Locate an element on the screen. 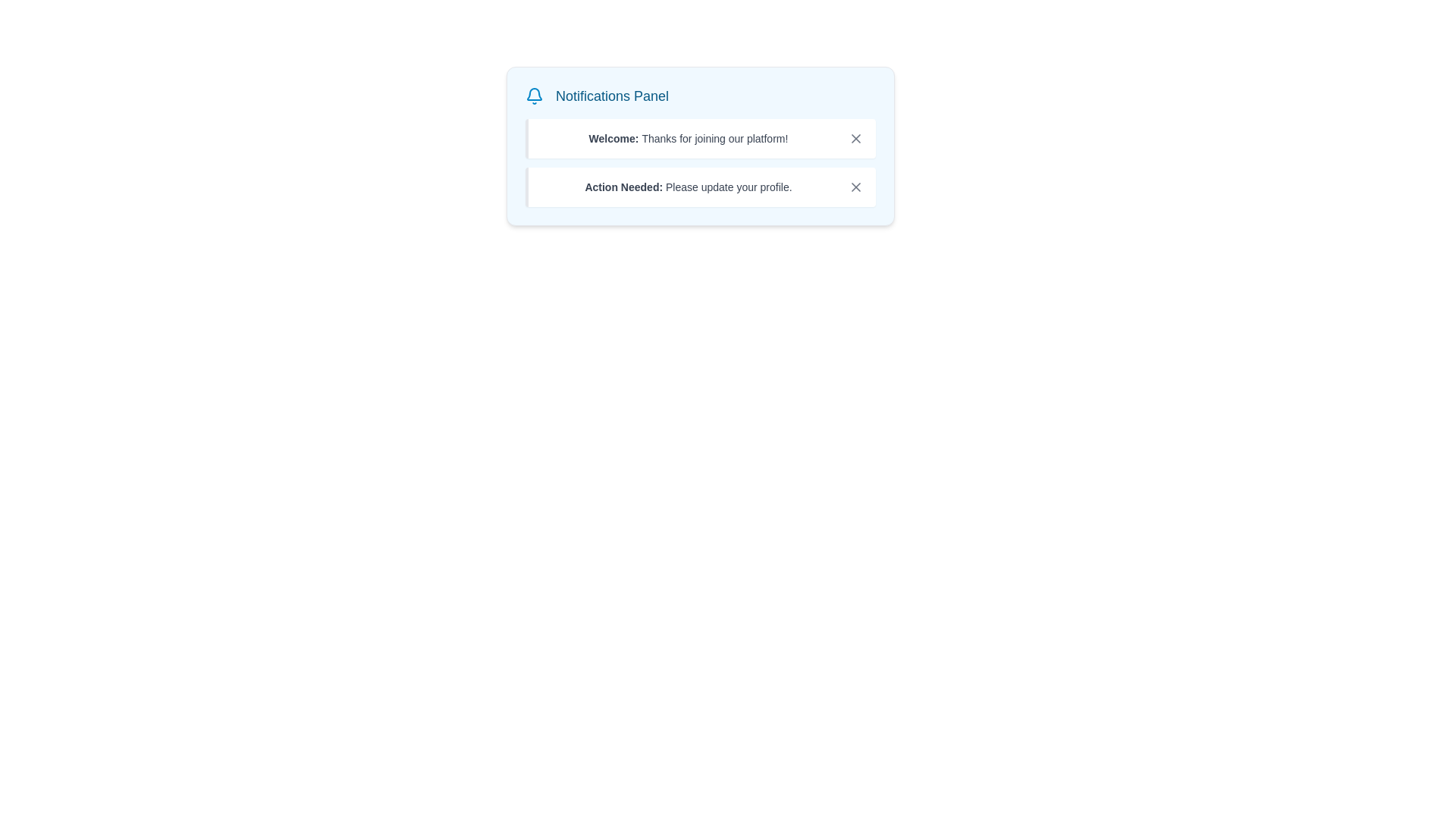  the close button icon located on the right side of the notification starting with 'Action Needed: Please update your profile.' is located at coordinates (855, 186).